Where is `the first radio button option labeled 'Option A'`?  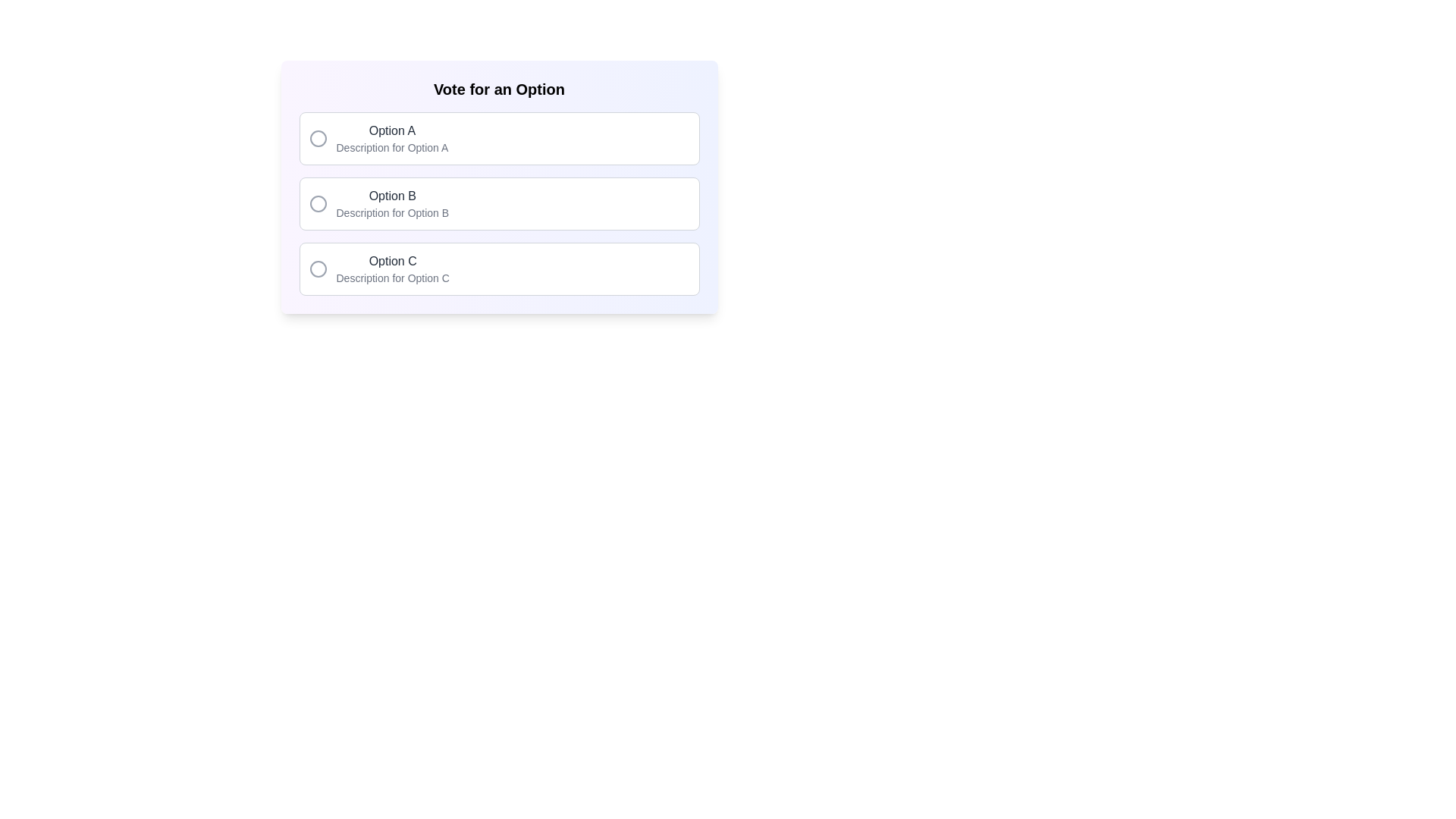
the first radio button option labeled 'Option A' is located at coordinates (499, 138).